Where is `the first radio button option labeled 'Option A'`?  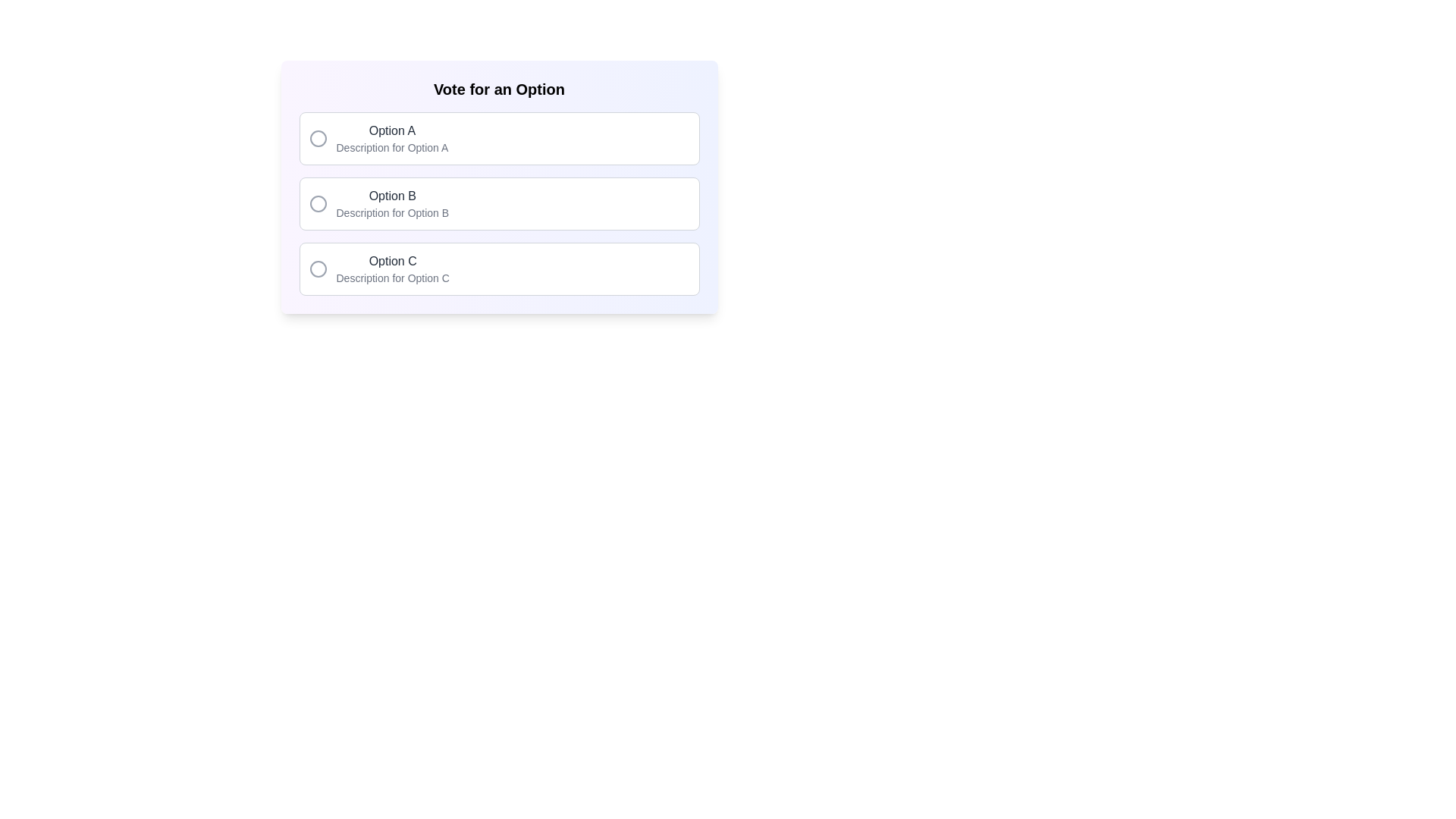
the first radio button option labeled 'Option A' is located at coordinates (499, 138).